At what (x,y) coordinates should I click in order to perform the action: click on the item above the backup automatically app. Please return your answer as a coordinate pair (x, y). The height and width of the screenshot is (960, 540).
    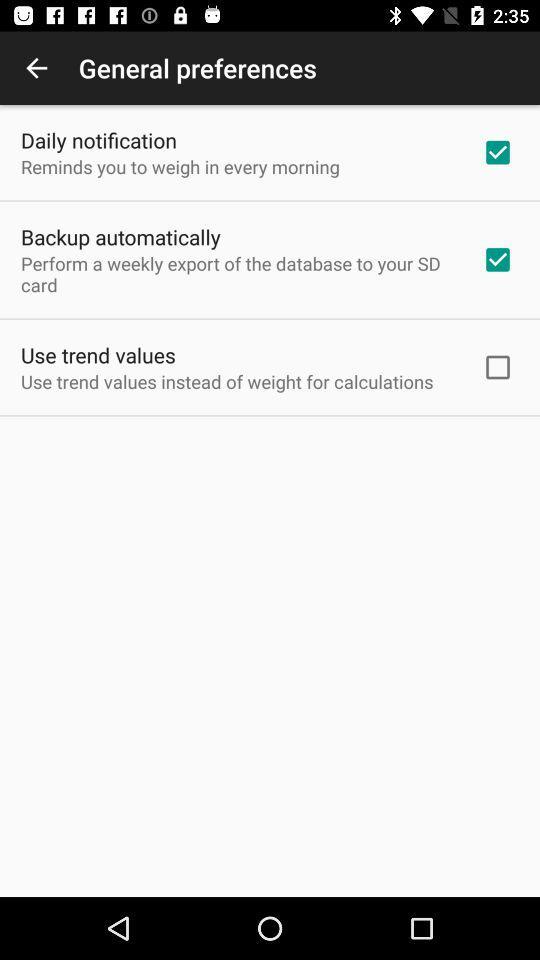
    Looking at the image, I should click on (180, 165).